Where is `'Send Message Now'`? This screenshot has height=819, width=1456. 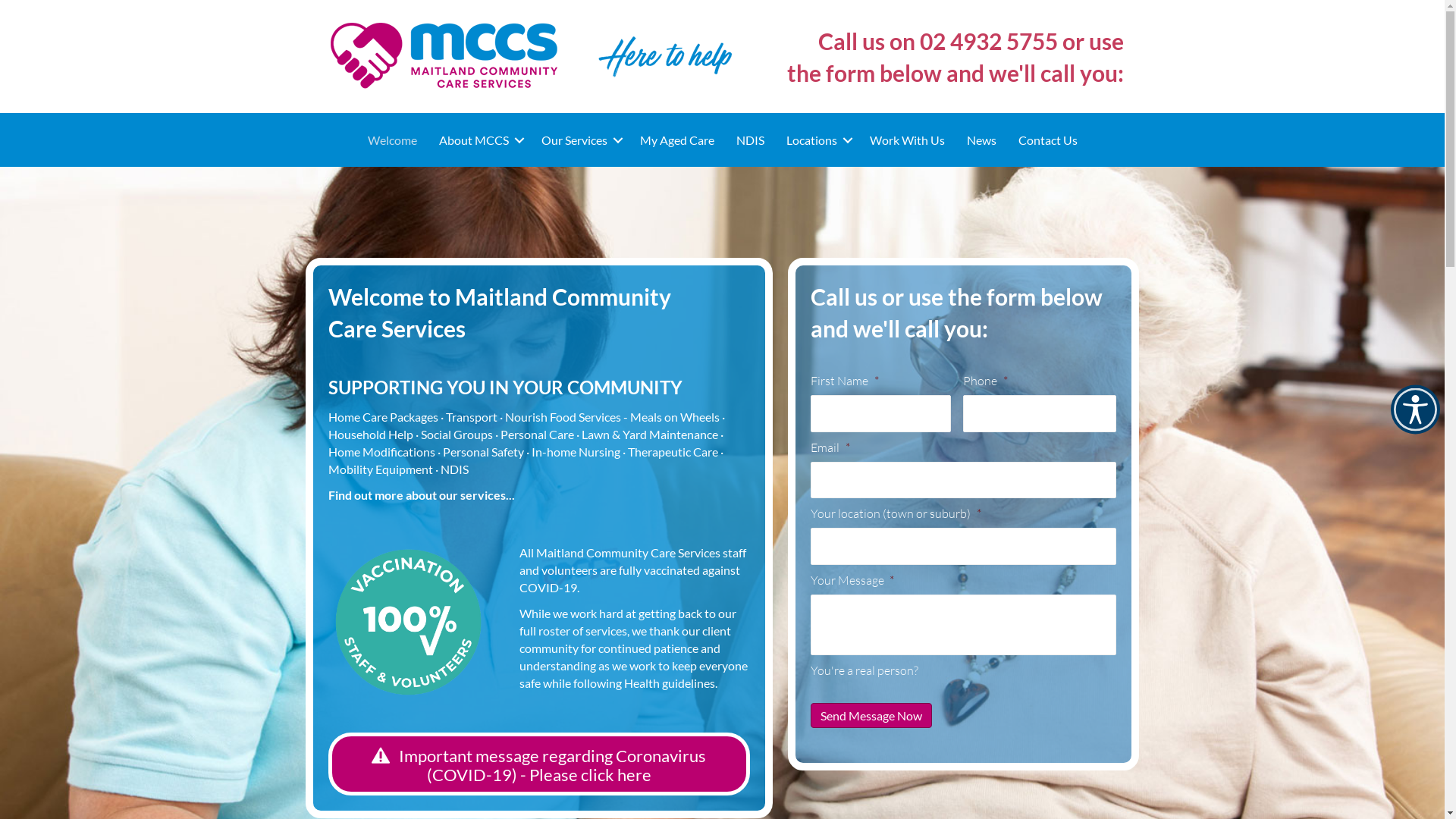 'Send Message Now' is located at coordinates (809, 715).